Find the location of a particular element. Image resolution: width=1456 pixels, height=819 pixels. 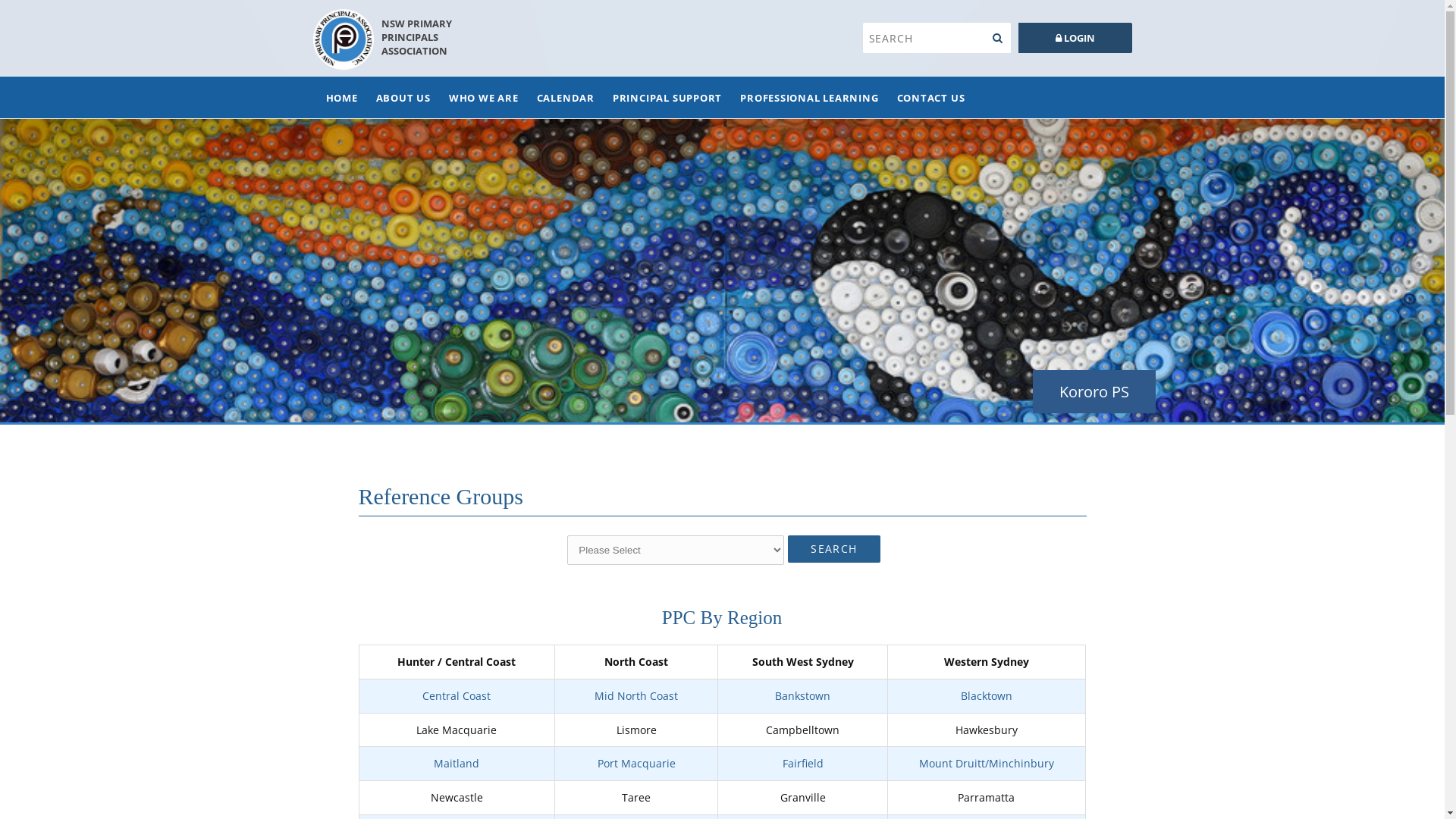

'CONTACT US' is located at coordinates (930, 97).